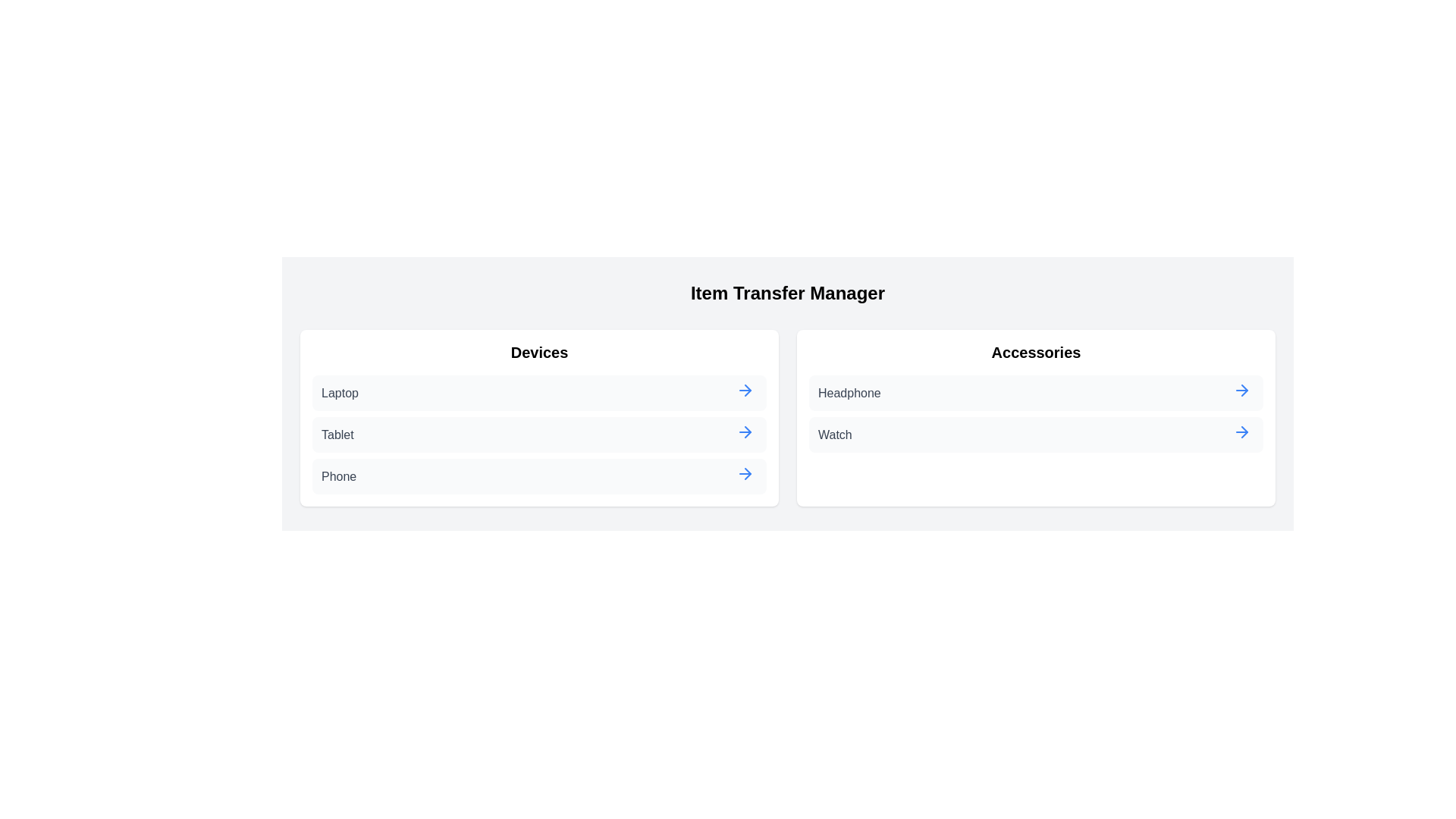 This screenshot has width=1456, height=819. I want to click on arrow button next to the item Watch in the category Accessories to transfer it to the other category, so click(1241, 432).